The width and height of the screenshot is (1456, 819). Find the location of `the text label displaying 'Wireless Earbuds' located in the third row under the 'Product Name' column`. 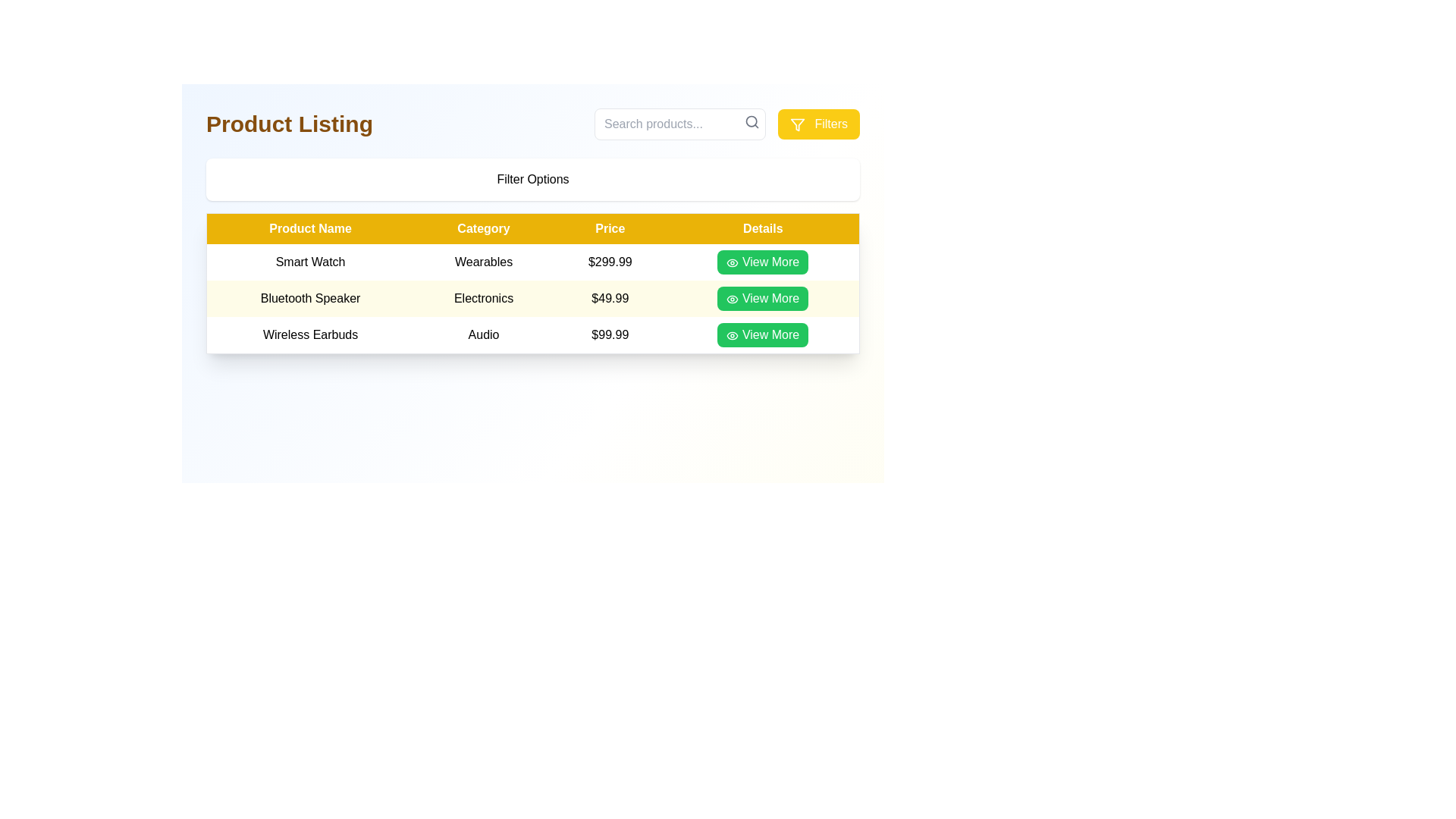

the text label displaying 'Wireless Earbuds' located in the third row under the 'Product Name' column is located at coordinates (309, 334).